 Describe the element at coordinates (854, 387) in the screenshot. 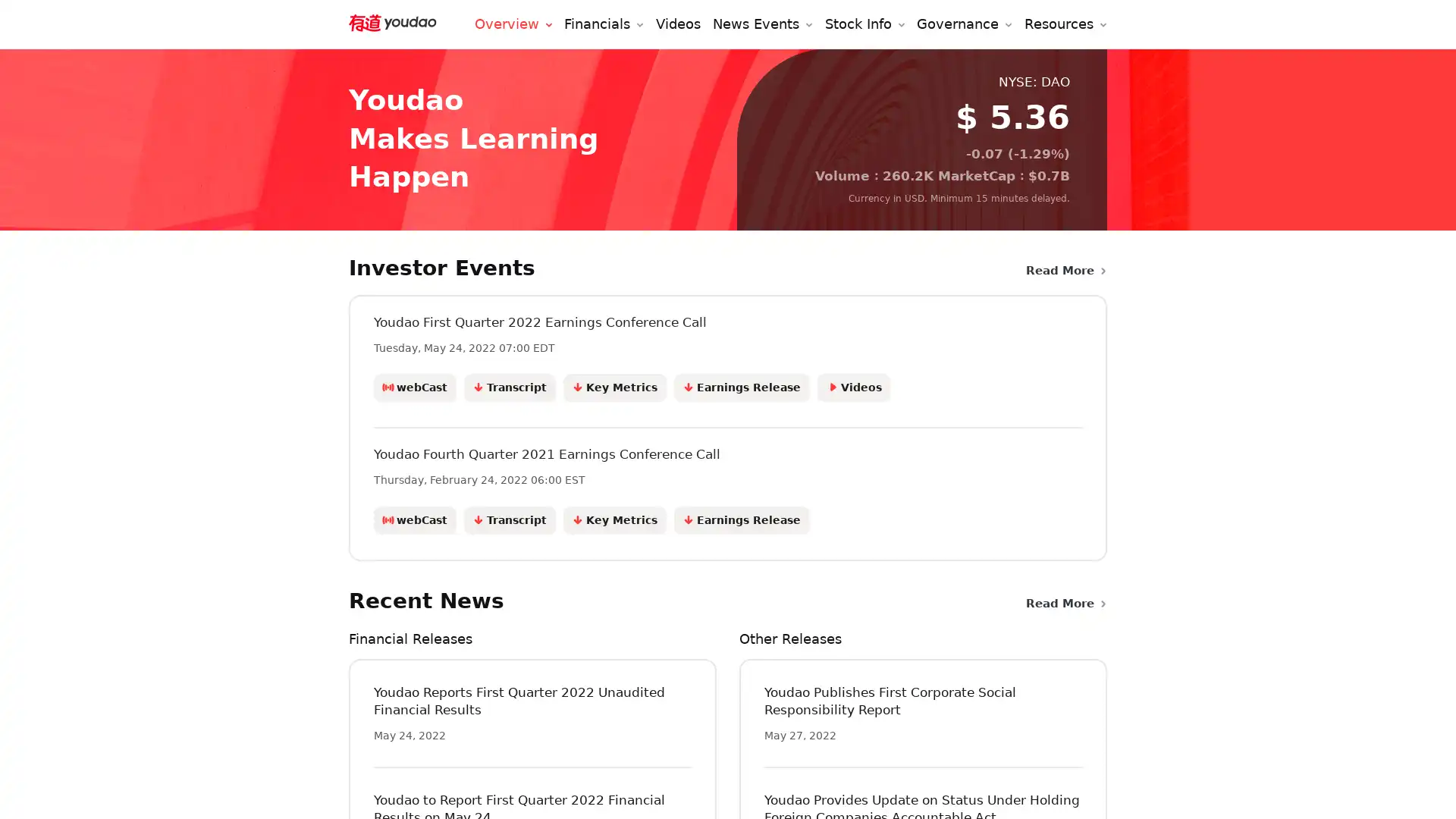

I see `Videos` at that location.